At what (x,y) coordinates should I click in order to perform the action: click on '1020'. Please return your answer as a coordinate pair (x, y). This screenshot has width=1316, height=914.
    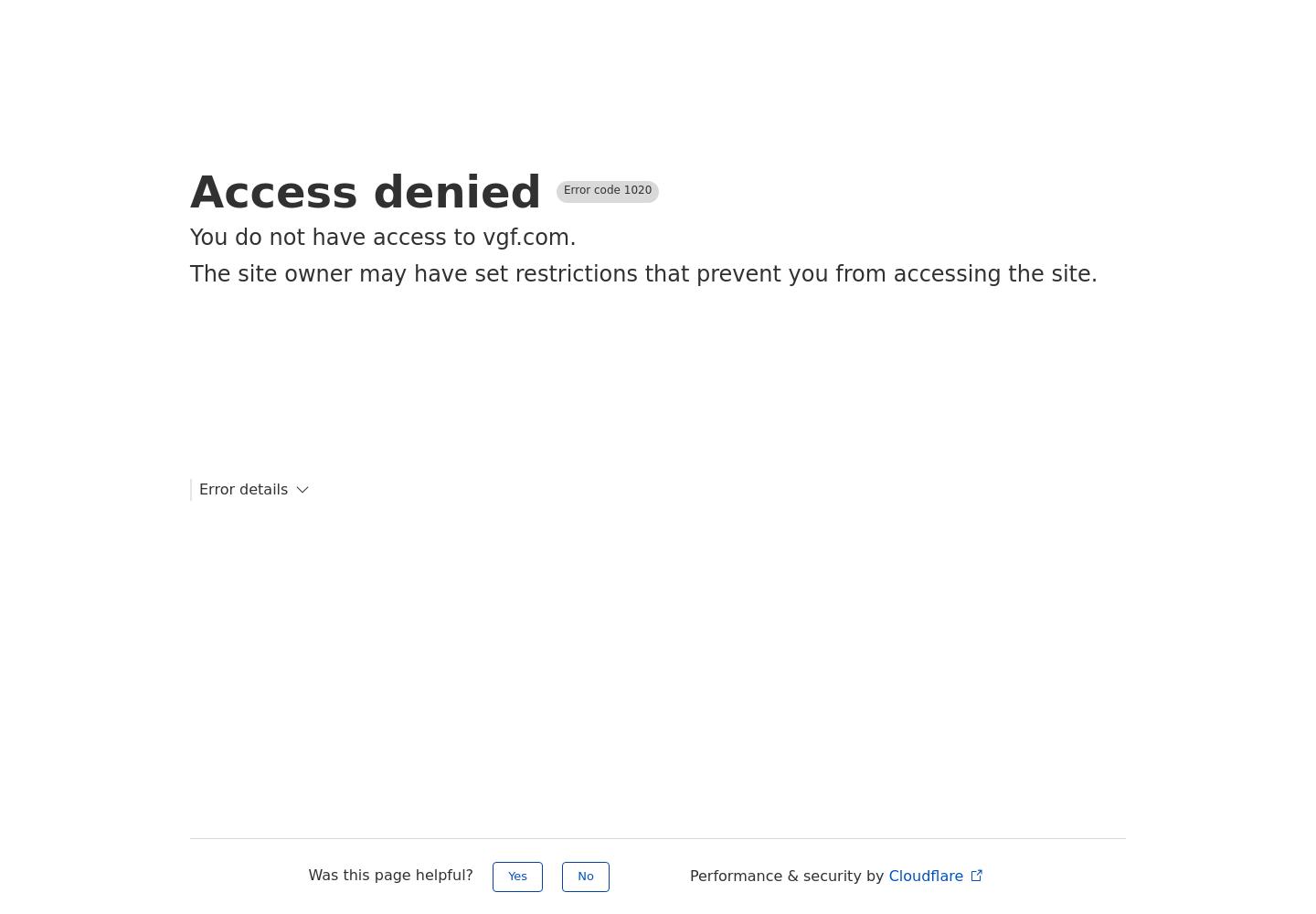
    Looking at the image, I should click on (637, 189).